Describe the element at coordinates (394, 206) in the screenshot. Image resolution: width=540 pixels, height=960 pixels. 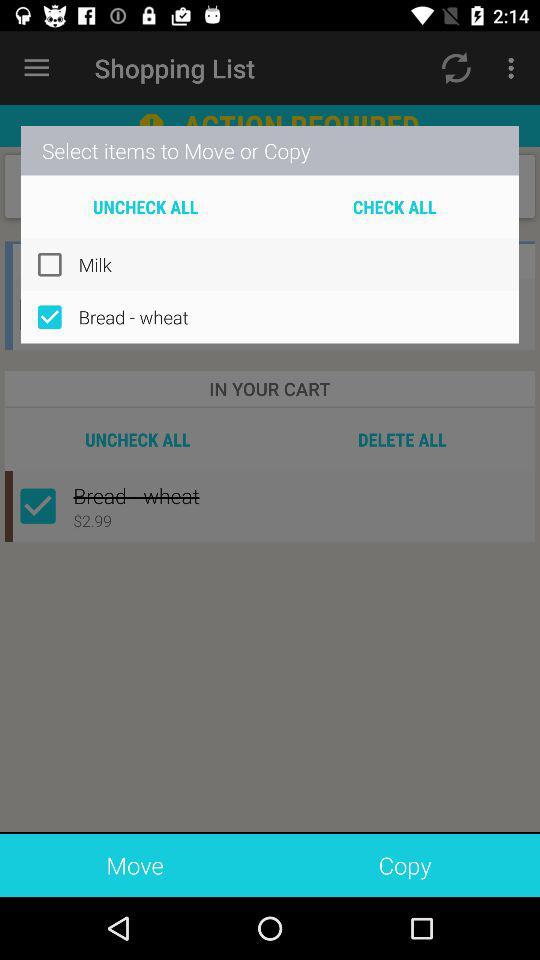
I see `check all` at that location.